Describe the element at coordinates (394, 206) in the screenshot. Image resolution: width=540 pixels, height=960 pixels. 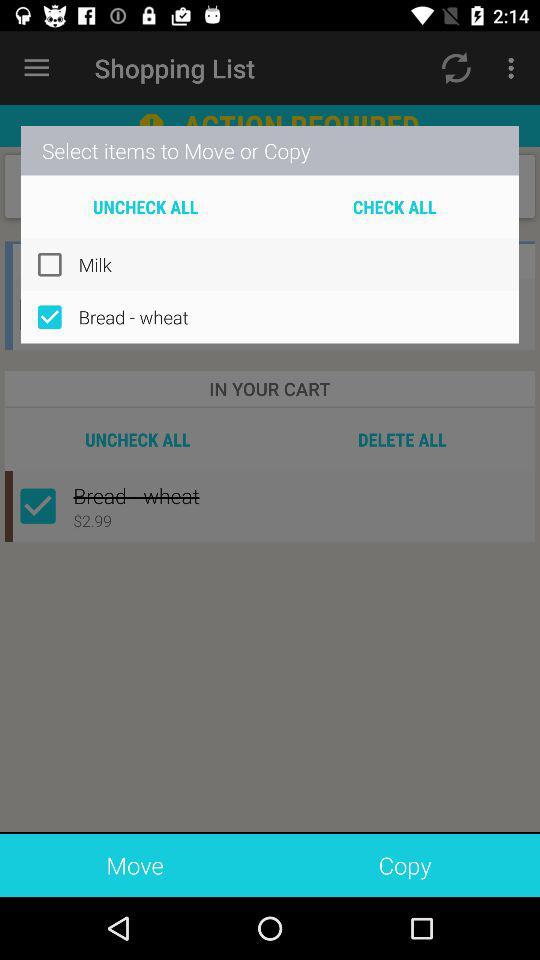
I see `check all` at that location.